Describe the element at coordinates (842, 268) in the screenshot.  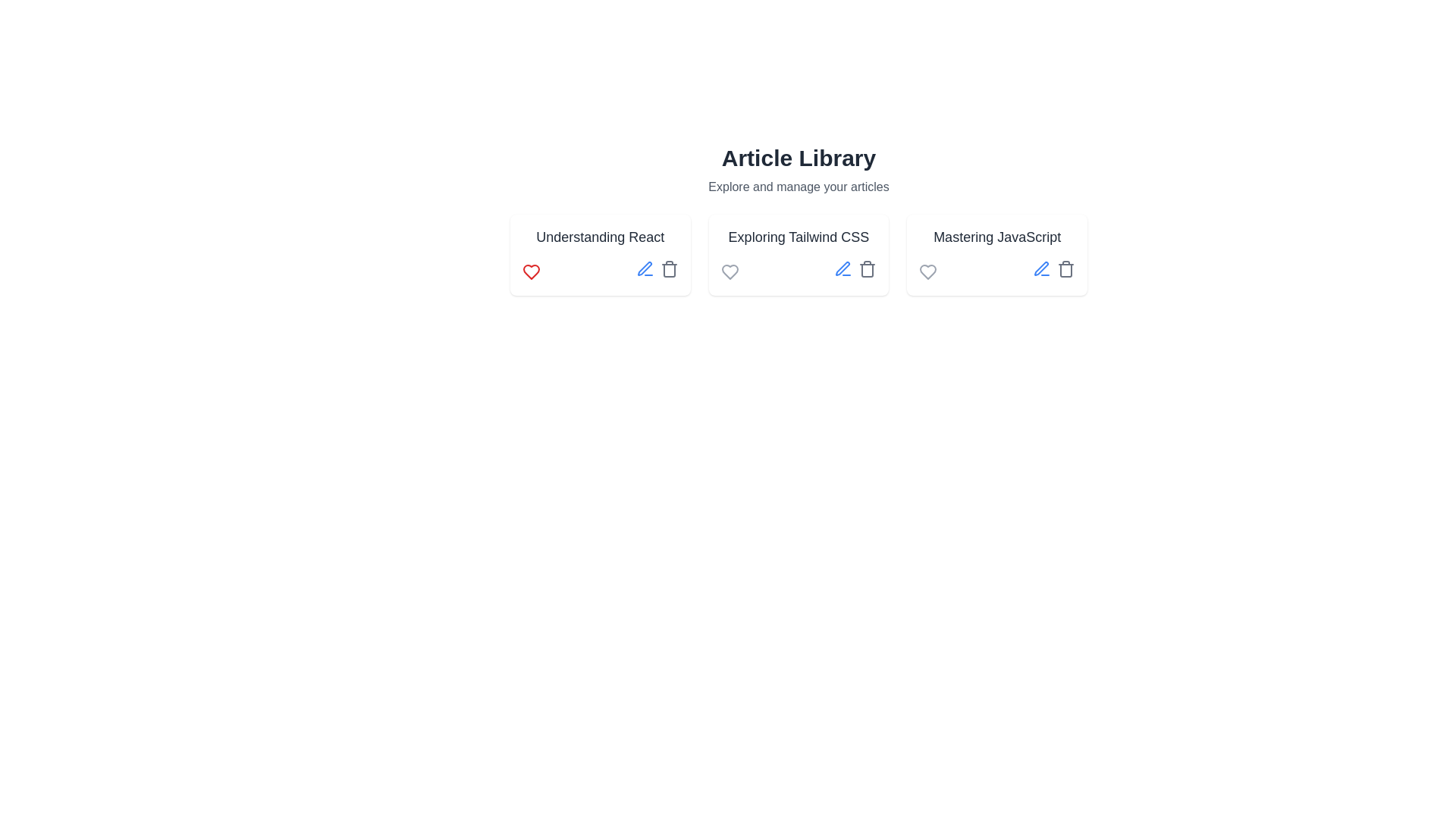
I see `the SVG editing icon (pen) located within the 'Exploring Tailwind CSS' card to initiate editing` at that location.